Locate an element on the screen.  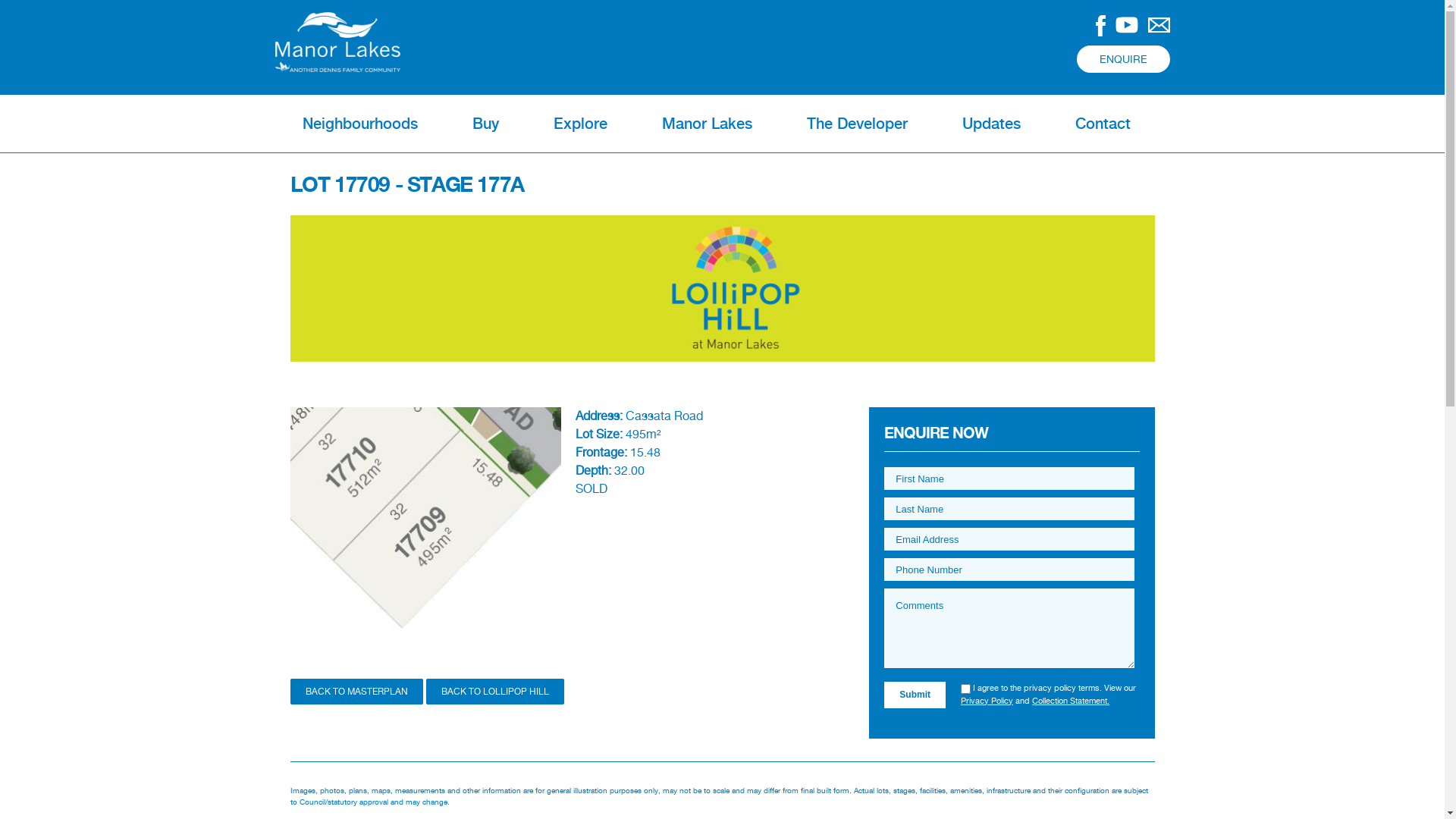
'BACK TO MASTERPLAN' is located at coordinates (355, 691).